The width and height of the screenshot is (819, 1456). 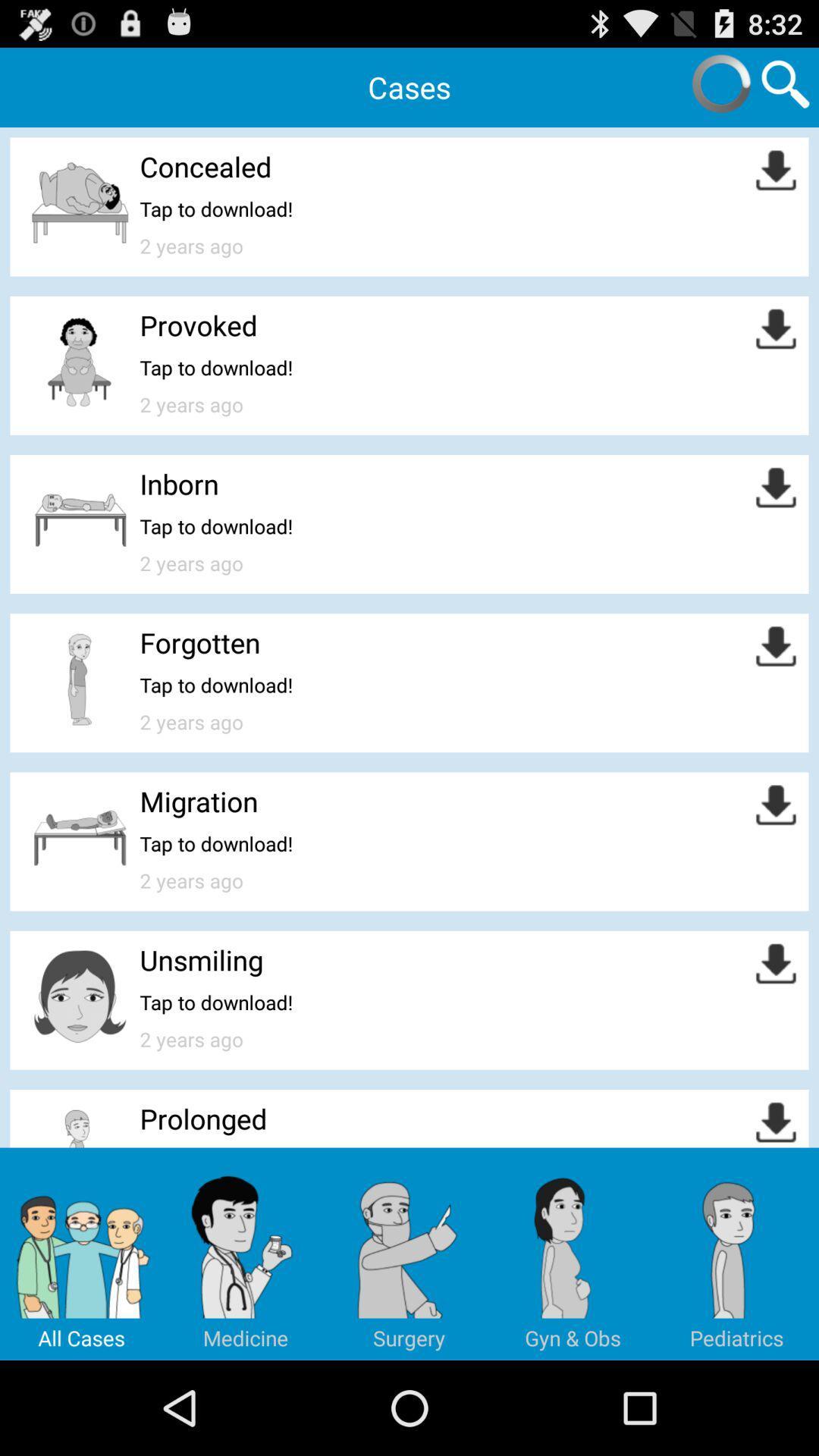 I want to click on the inborn app, so click(x=178, y=483).